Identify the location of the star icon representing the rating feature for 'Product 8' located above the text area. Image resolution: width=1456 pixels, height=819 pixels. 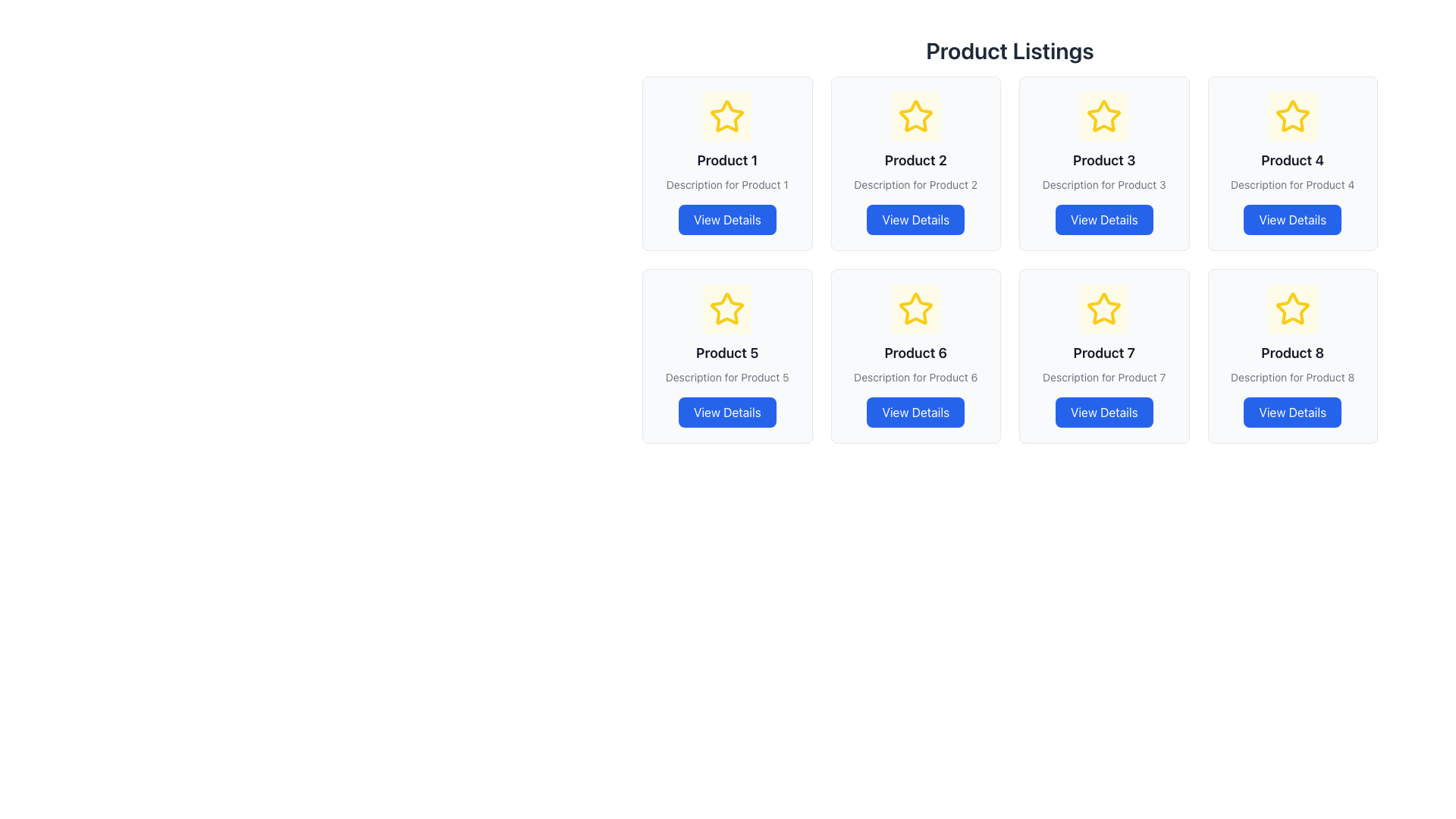
(1291, 308).